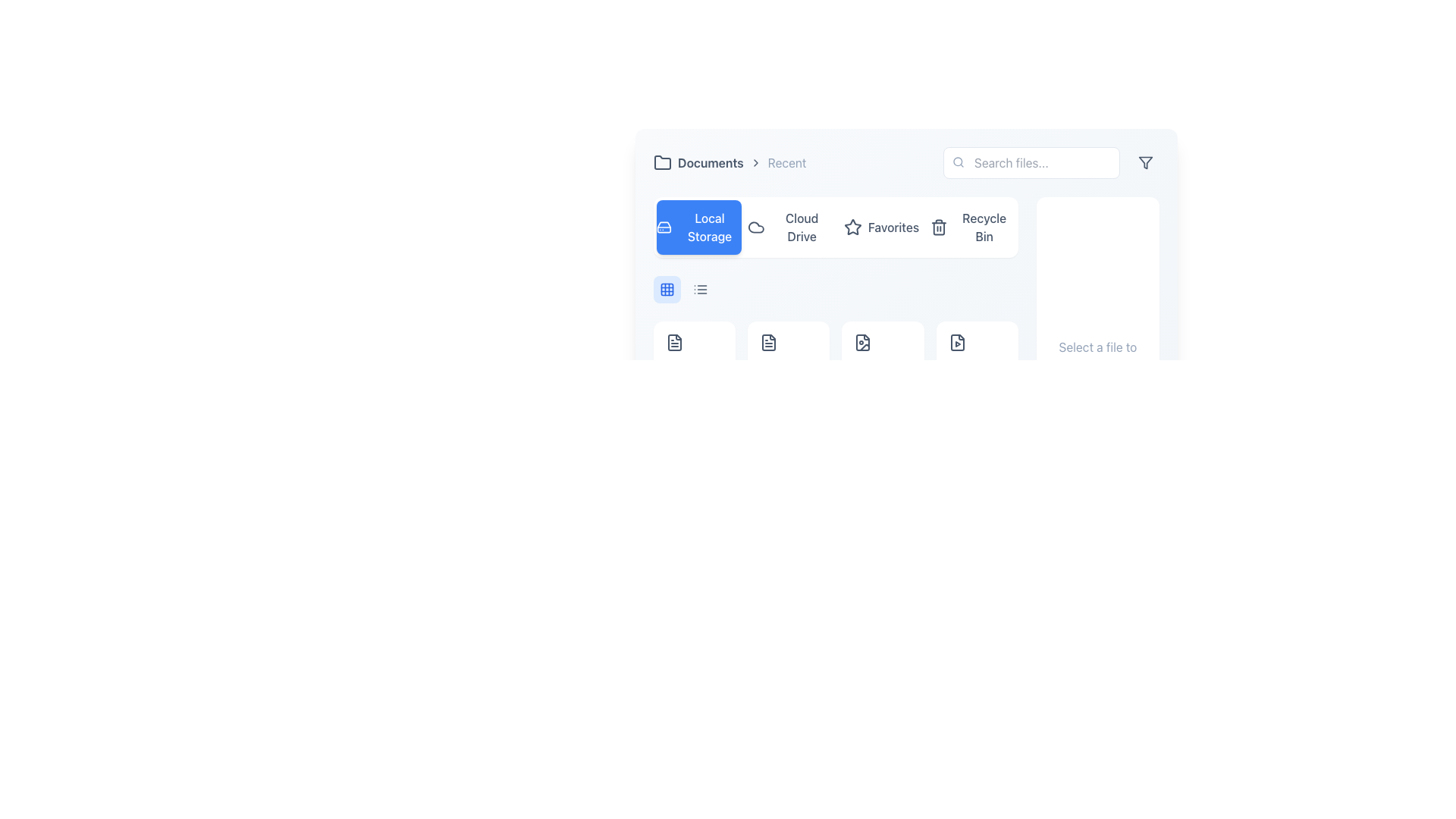  What do you see at coordinates (664, 227) in the screenshot?
I see `the minimalist hard drive icon representing 'Local Storage' in the top navigation bar` at bounding box center [664, 227].